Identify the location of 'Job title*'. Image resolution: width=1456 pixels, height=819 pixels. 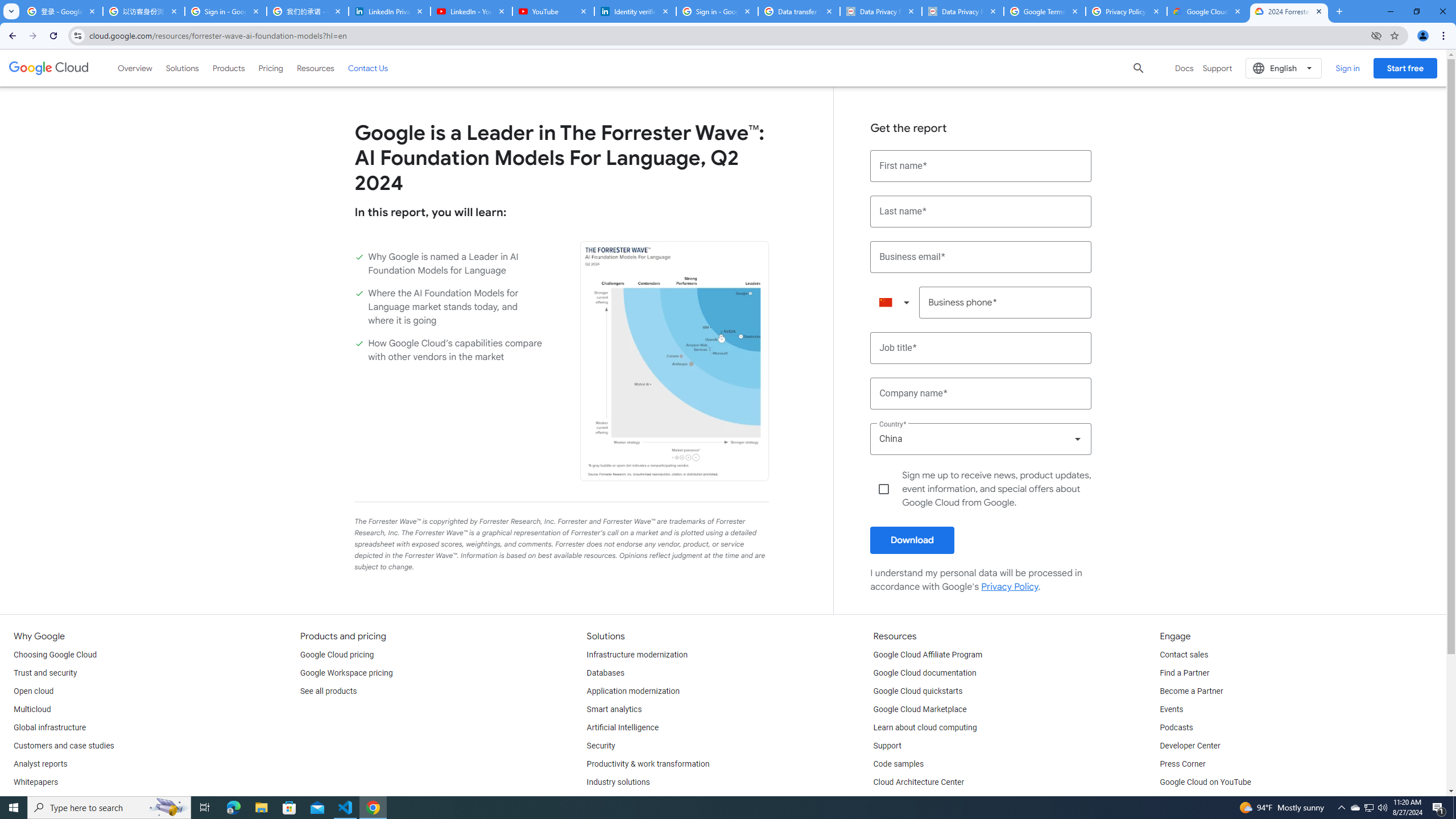
(981, 348).